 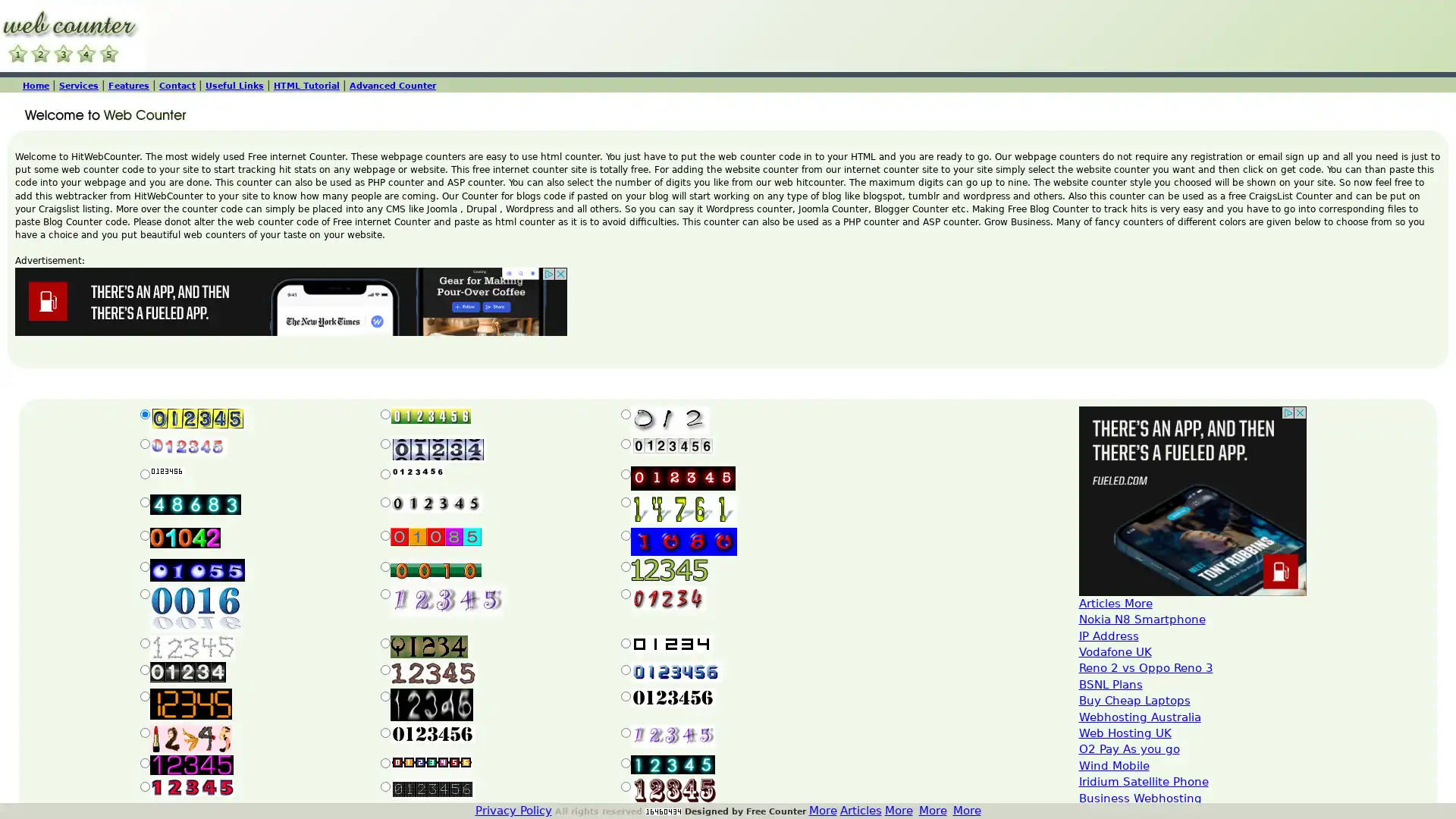 I want to click on Submit, so click(x=190, y=736).